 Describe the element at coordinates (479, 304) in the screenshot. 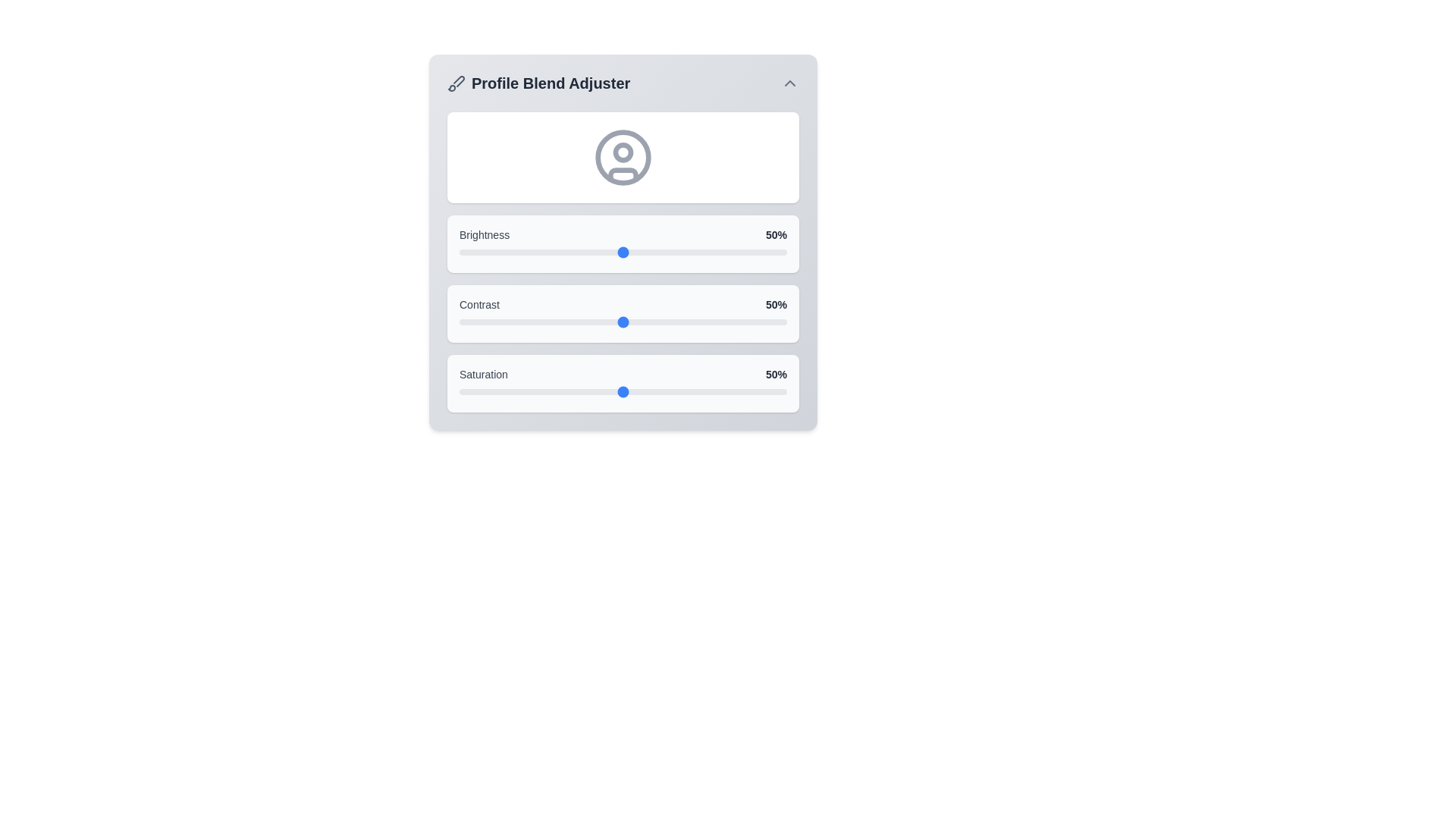

I see `the 'Contrast' label in the control panel, which is a single word in small, gray font, located in the middle section of the panel on the second row` at that location.